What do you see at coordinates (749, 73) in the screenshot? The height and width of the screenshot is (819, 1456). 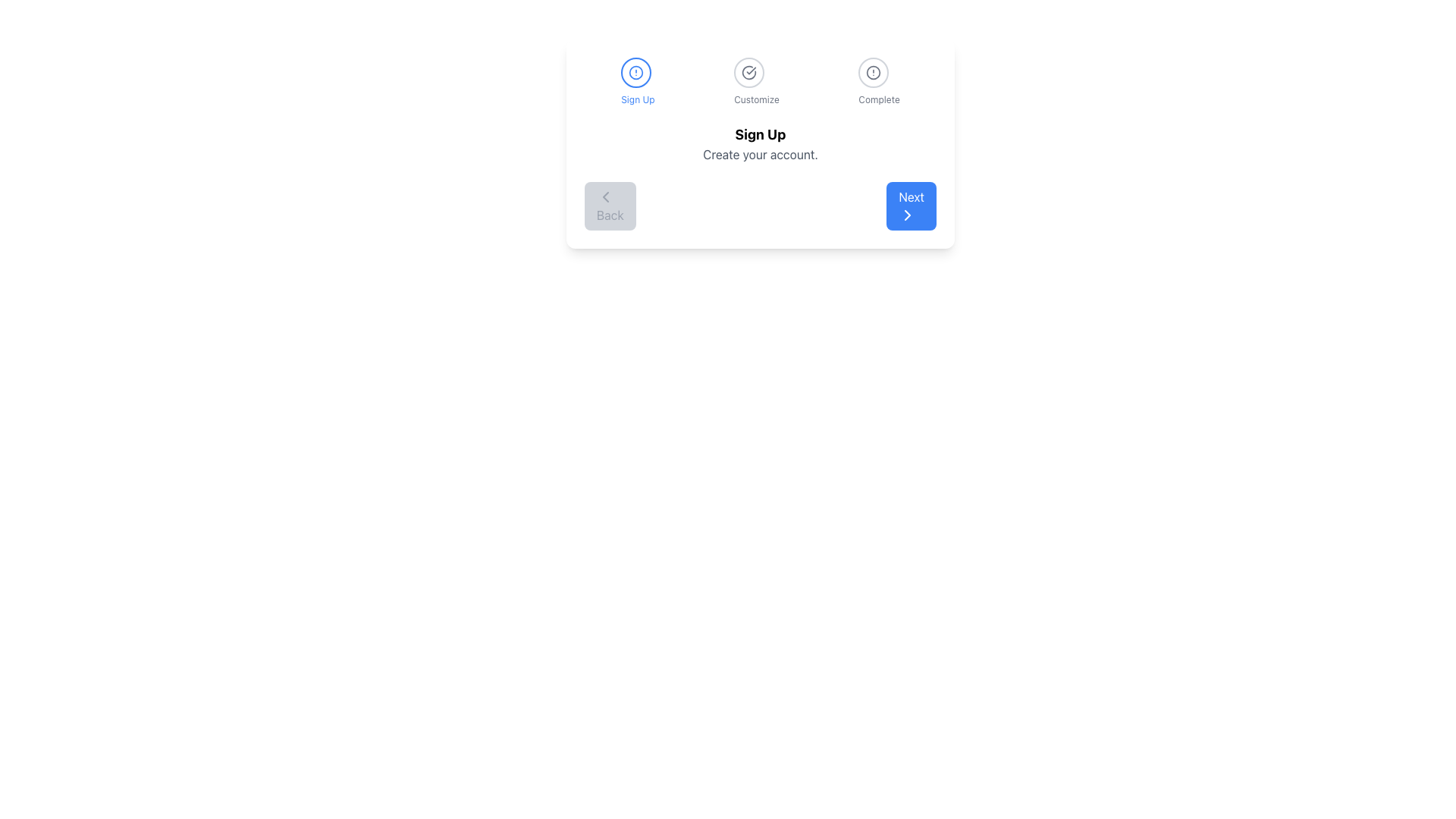 I see `the leftmost circular 'Sign Up' button located in the top center of the interface for additional details` at bounding box center [749, 73].